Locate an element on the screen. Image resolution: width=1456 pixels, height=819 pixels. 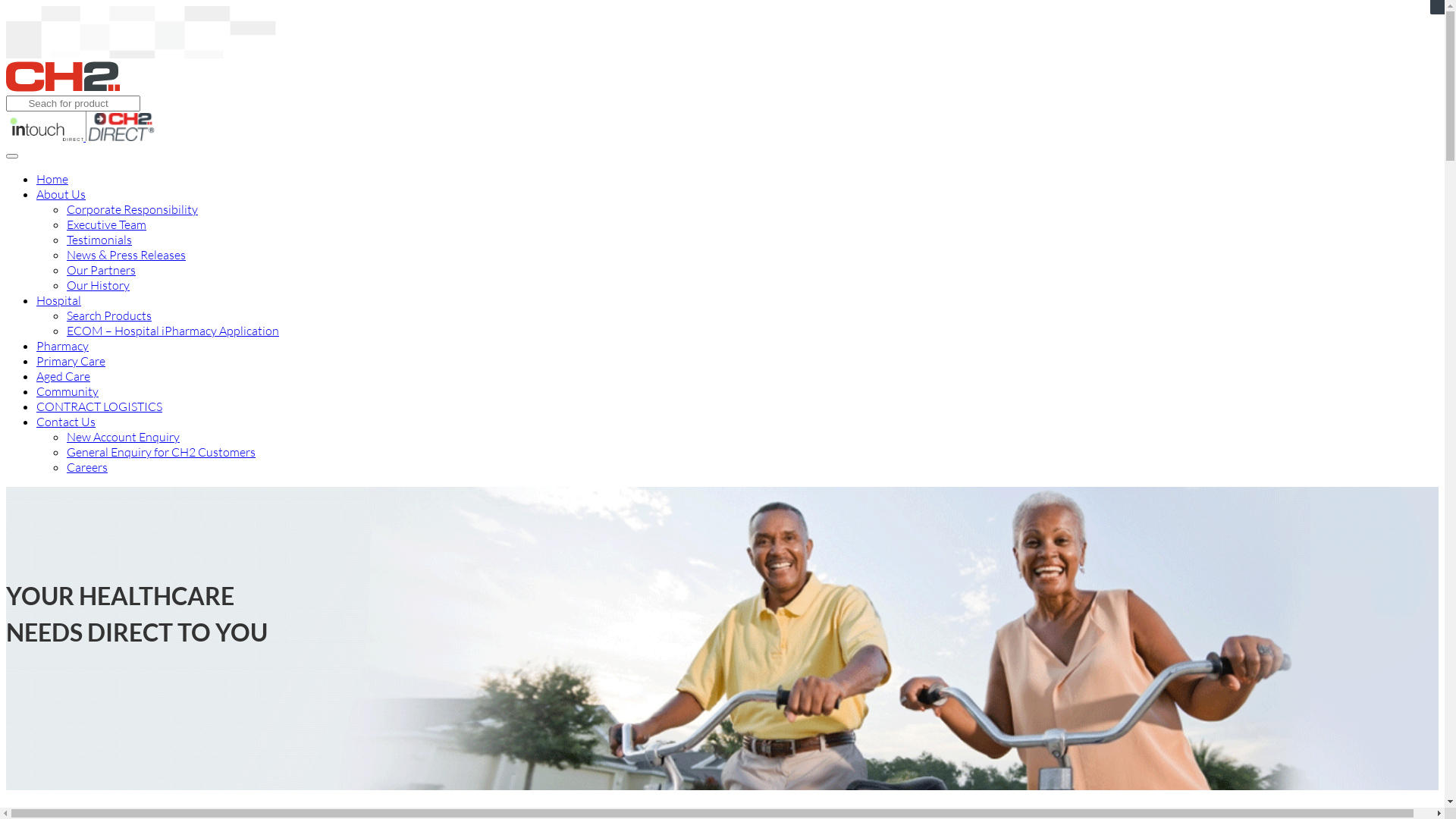
'News & Press Releases' is located at coordinates (126, 253).